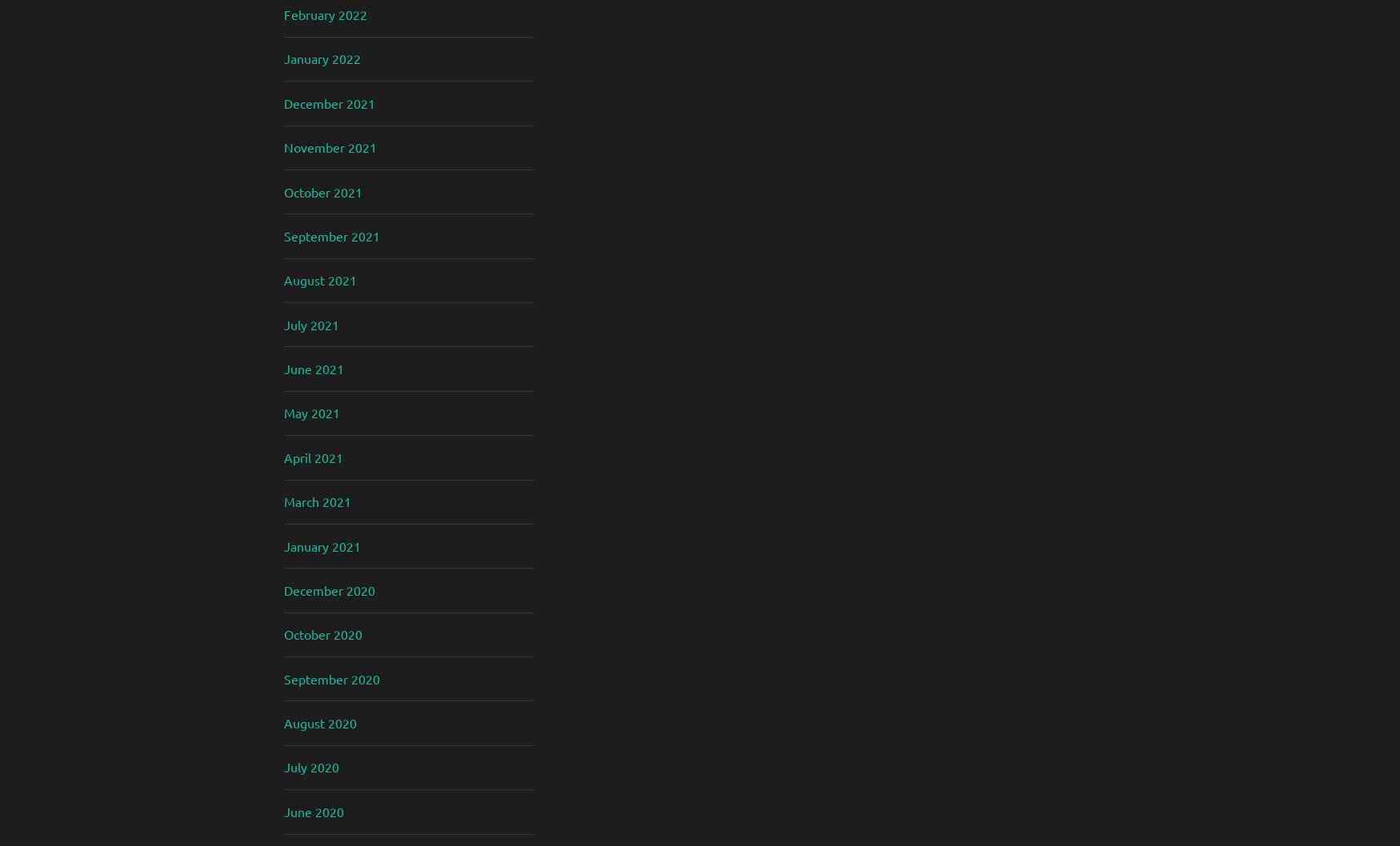  What do you see at coordinates (322, 191) in the screenshot?
I see `'October 2021'` at bounding box center [322, 191].